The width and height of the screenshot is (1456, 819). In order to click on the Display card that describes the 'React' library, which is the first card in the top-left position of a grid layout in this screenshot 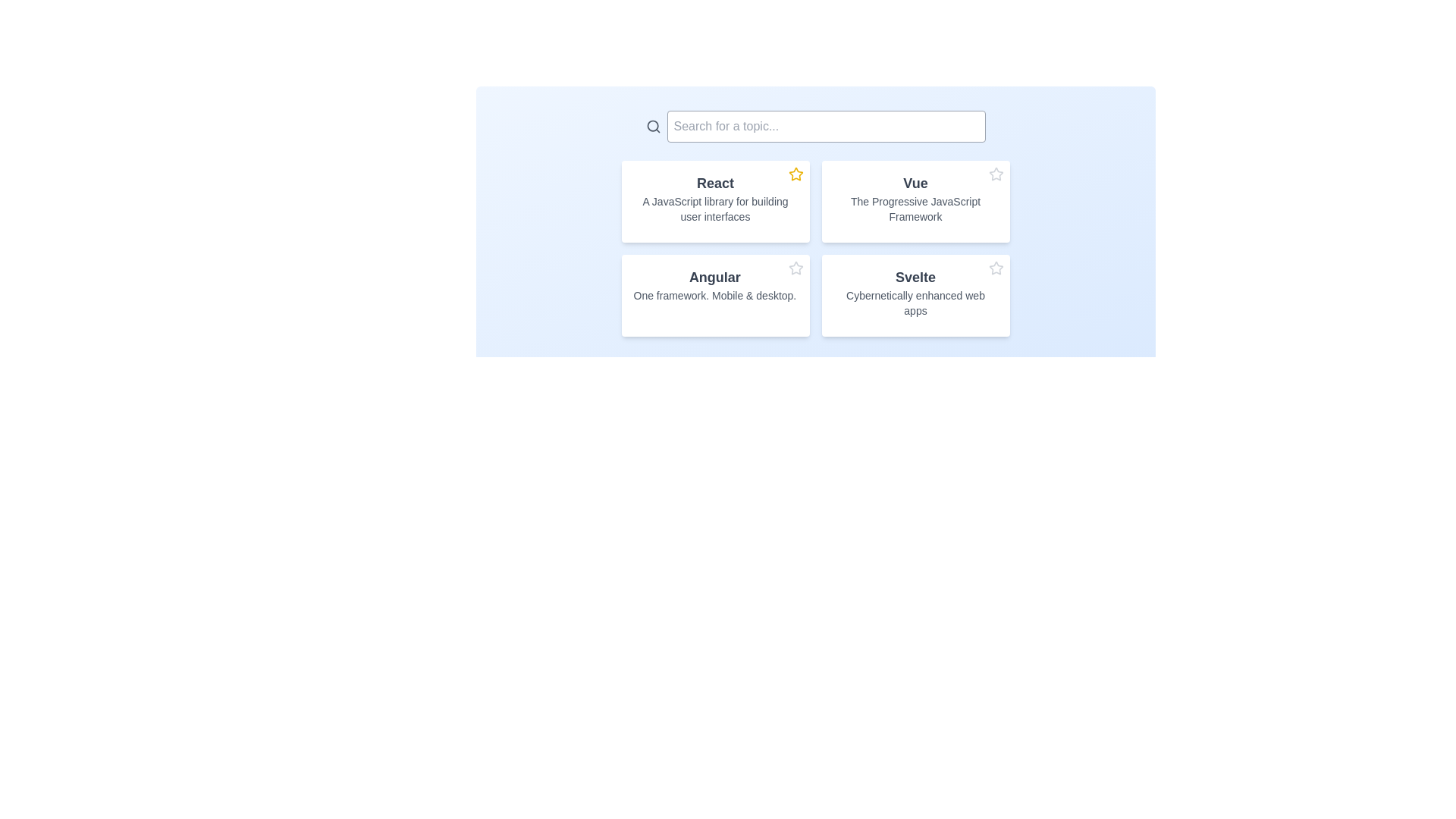, I will do `click(714, 198)`.